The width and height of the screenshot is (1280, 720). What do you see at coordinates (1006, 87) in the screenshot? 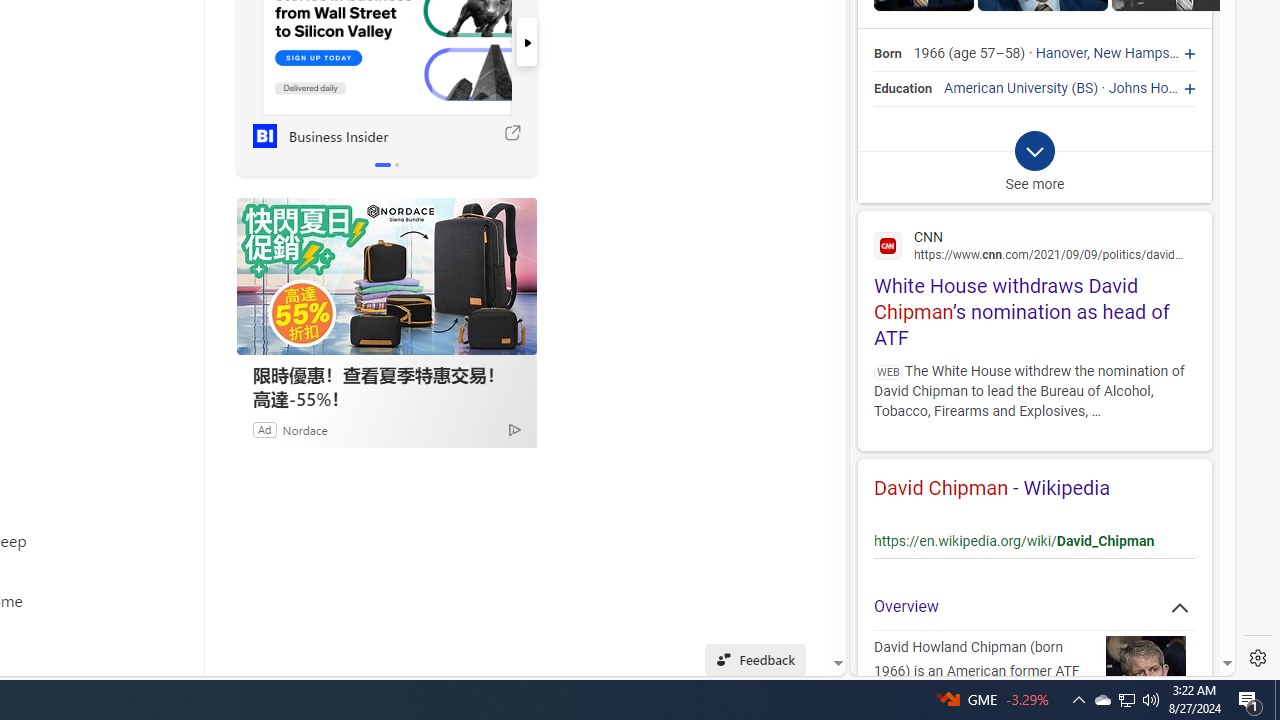
I see `'American University'` at bounding box center [1006, 87].